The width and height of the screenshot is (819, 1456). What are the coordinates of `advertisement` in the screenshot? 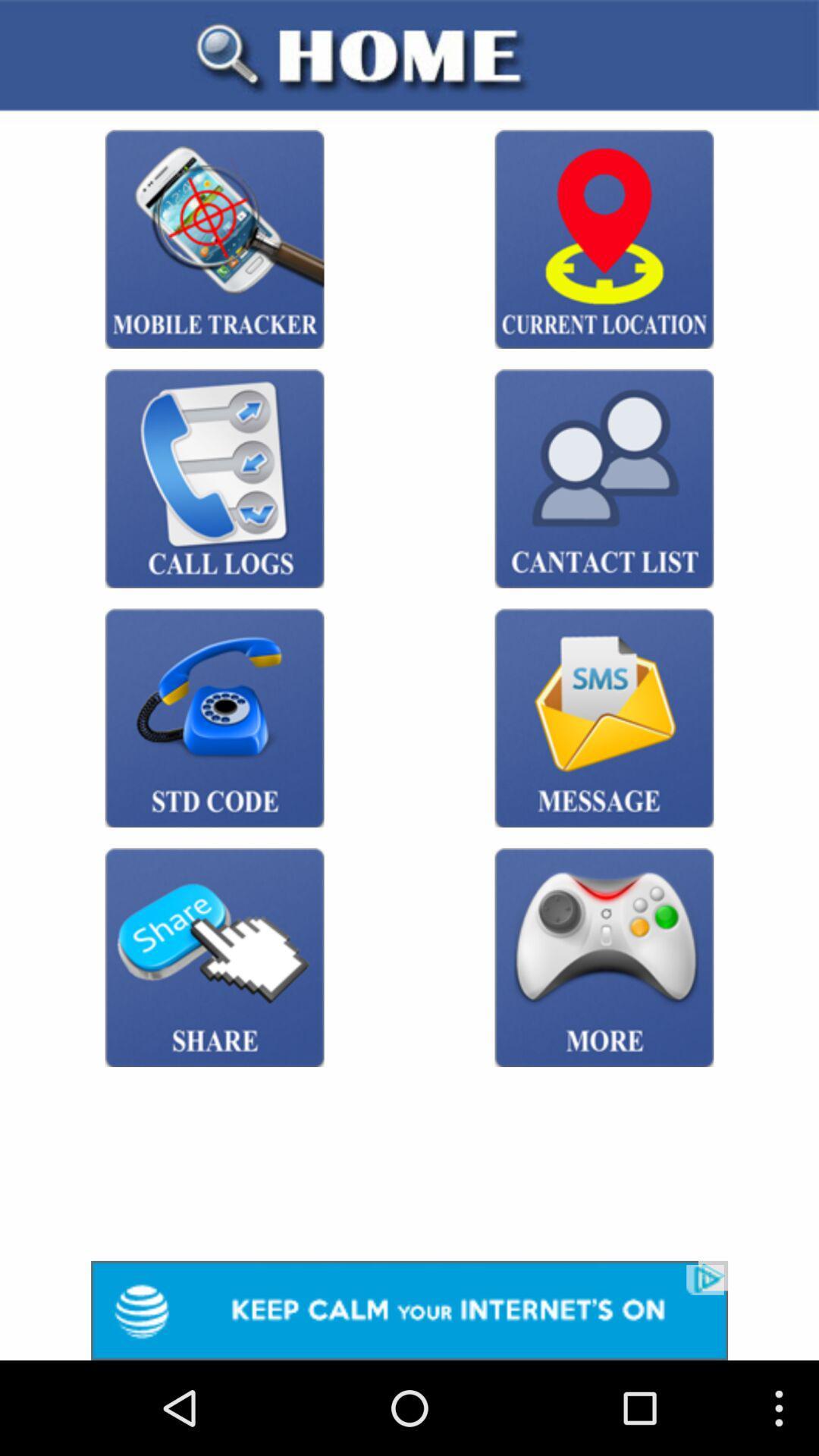 It's located at (409, 1310).